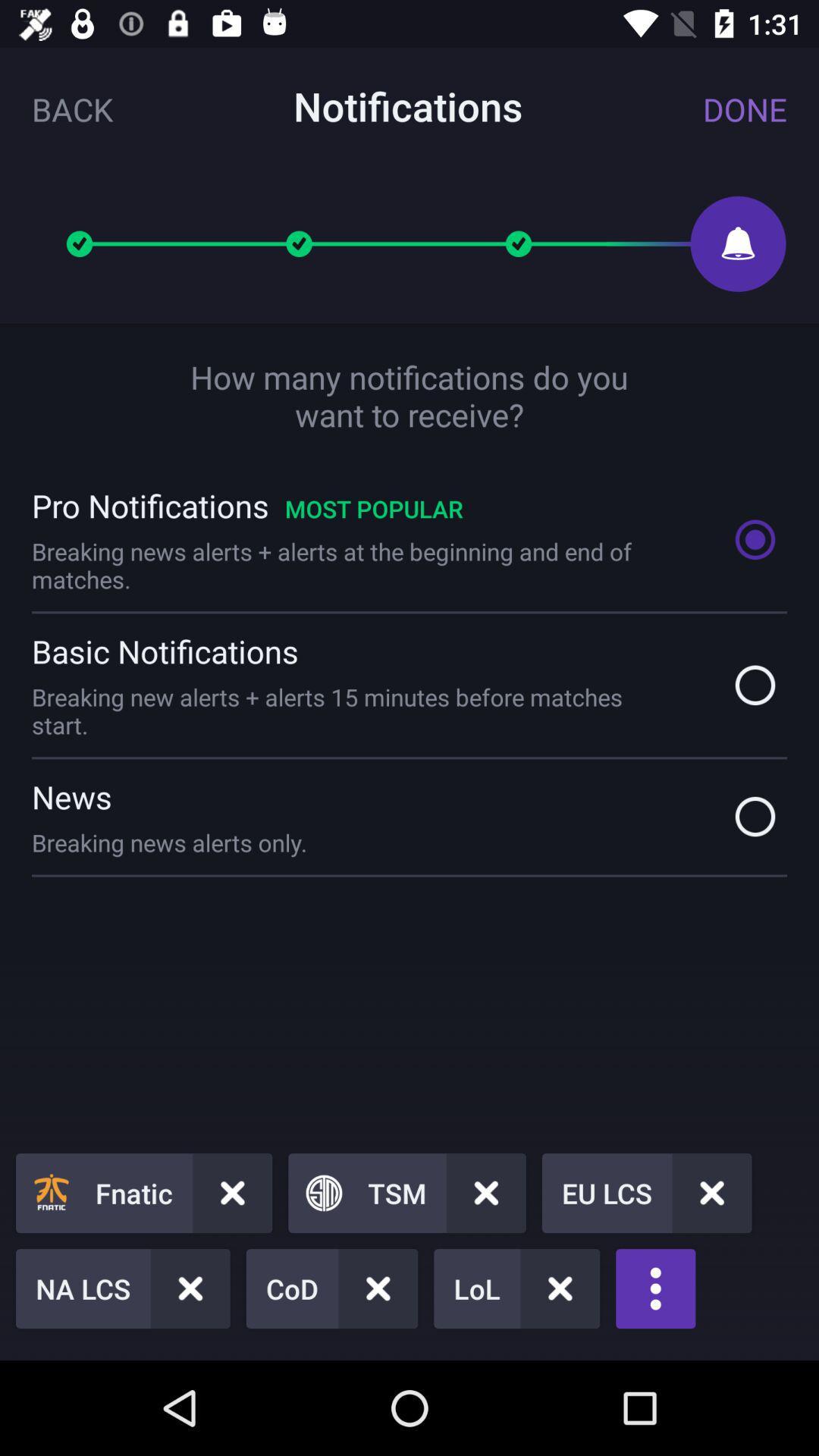 The width and height of the screenshot is (819, 1456). Describe the element at coordinates (72, 108) in the screenshot. I see `back at the top left corner` at that location.